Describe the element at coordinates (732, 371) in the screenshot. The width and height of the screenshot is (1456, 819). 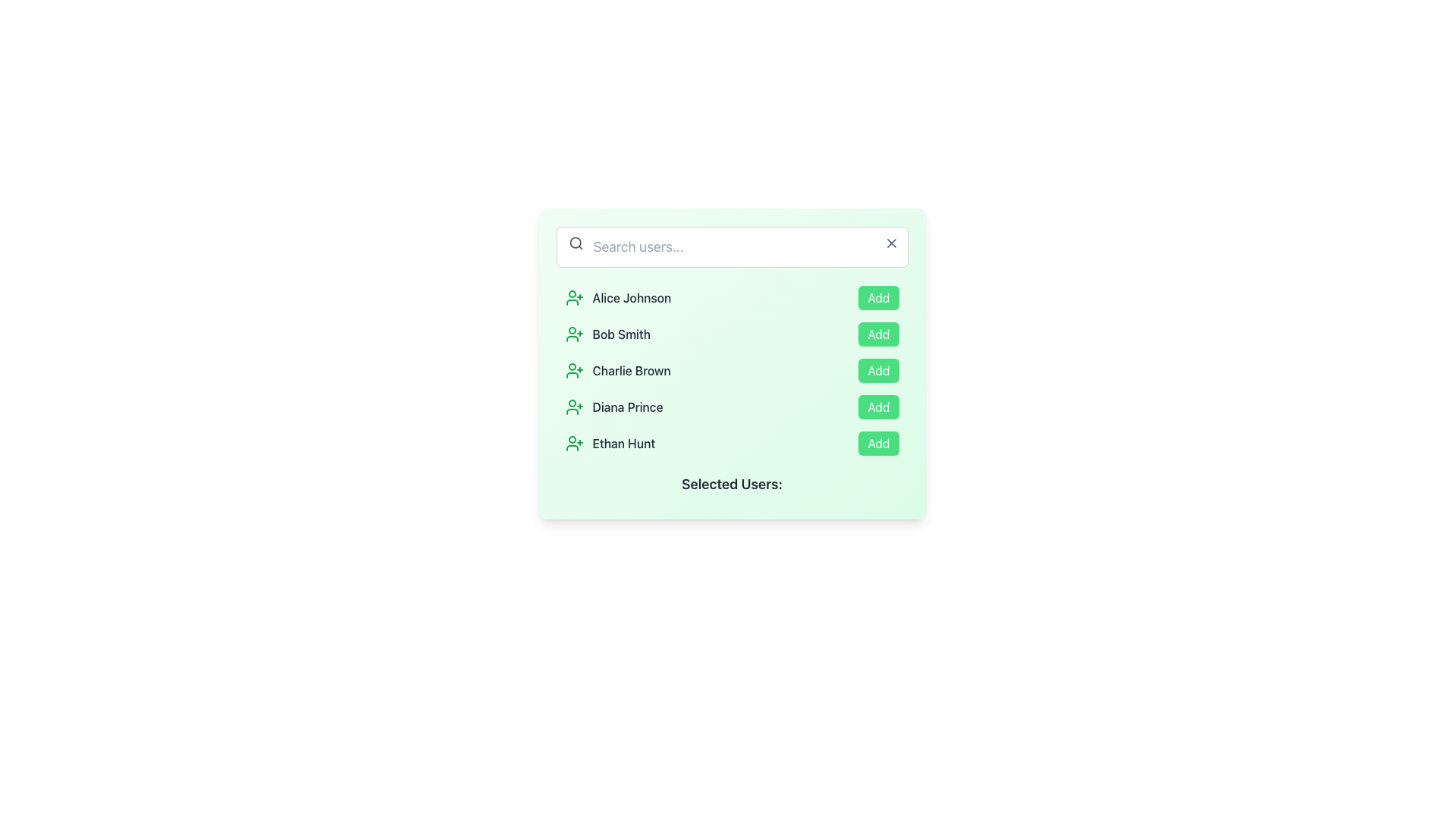
I see `the third row representing user 'Charlie Brown' for possible navigation by moving the cursor to its center point` at that location.